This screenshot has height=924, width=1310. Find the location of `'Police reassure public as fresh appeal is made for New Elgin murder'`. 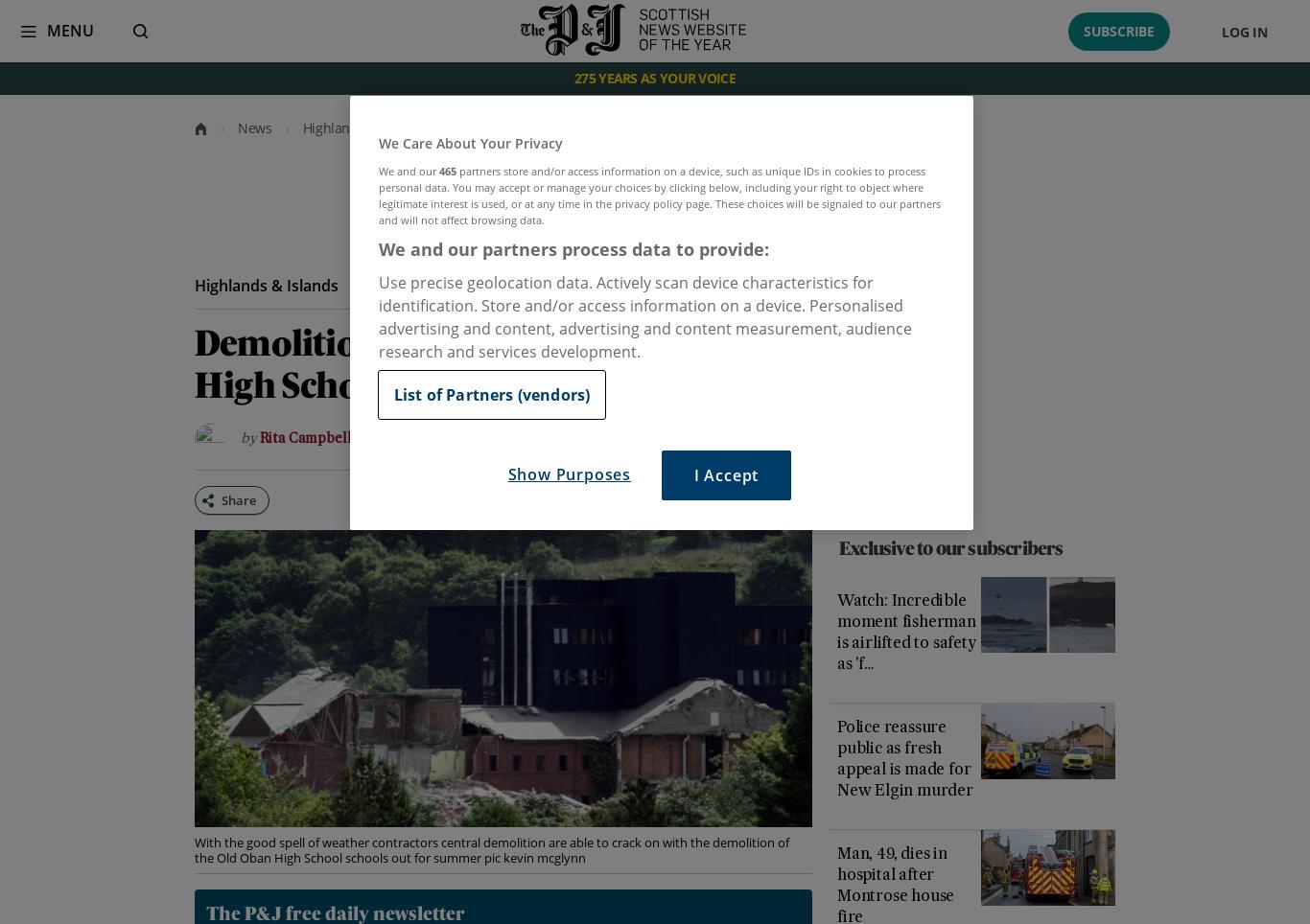

'Police reassure public as fresh appeal is made for New Elgin murder' is located at coordinates (903, 759).